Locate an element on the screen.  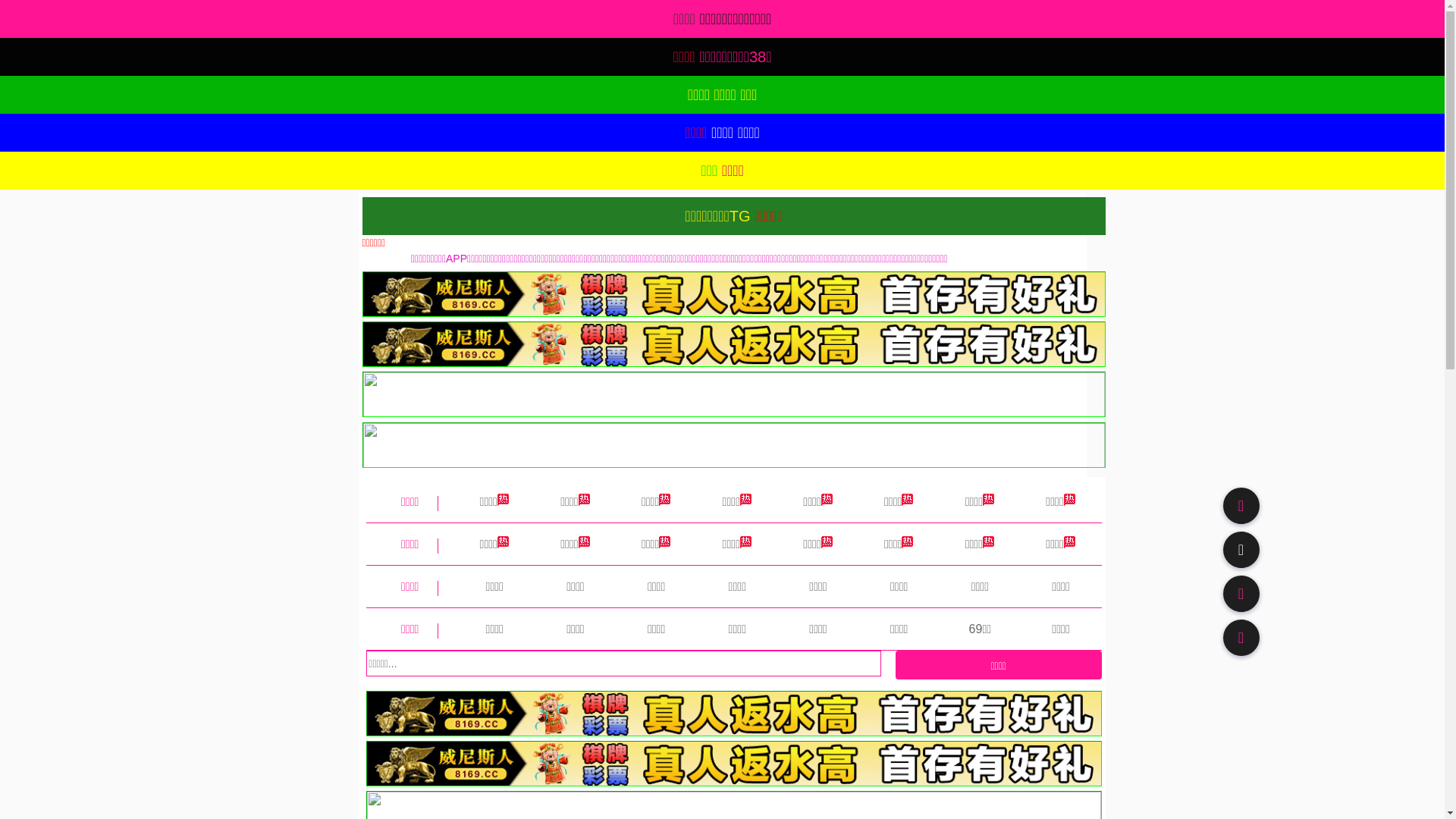
'91TV' is located at coordinates (1241, 593).